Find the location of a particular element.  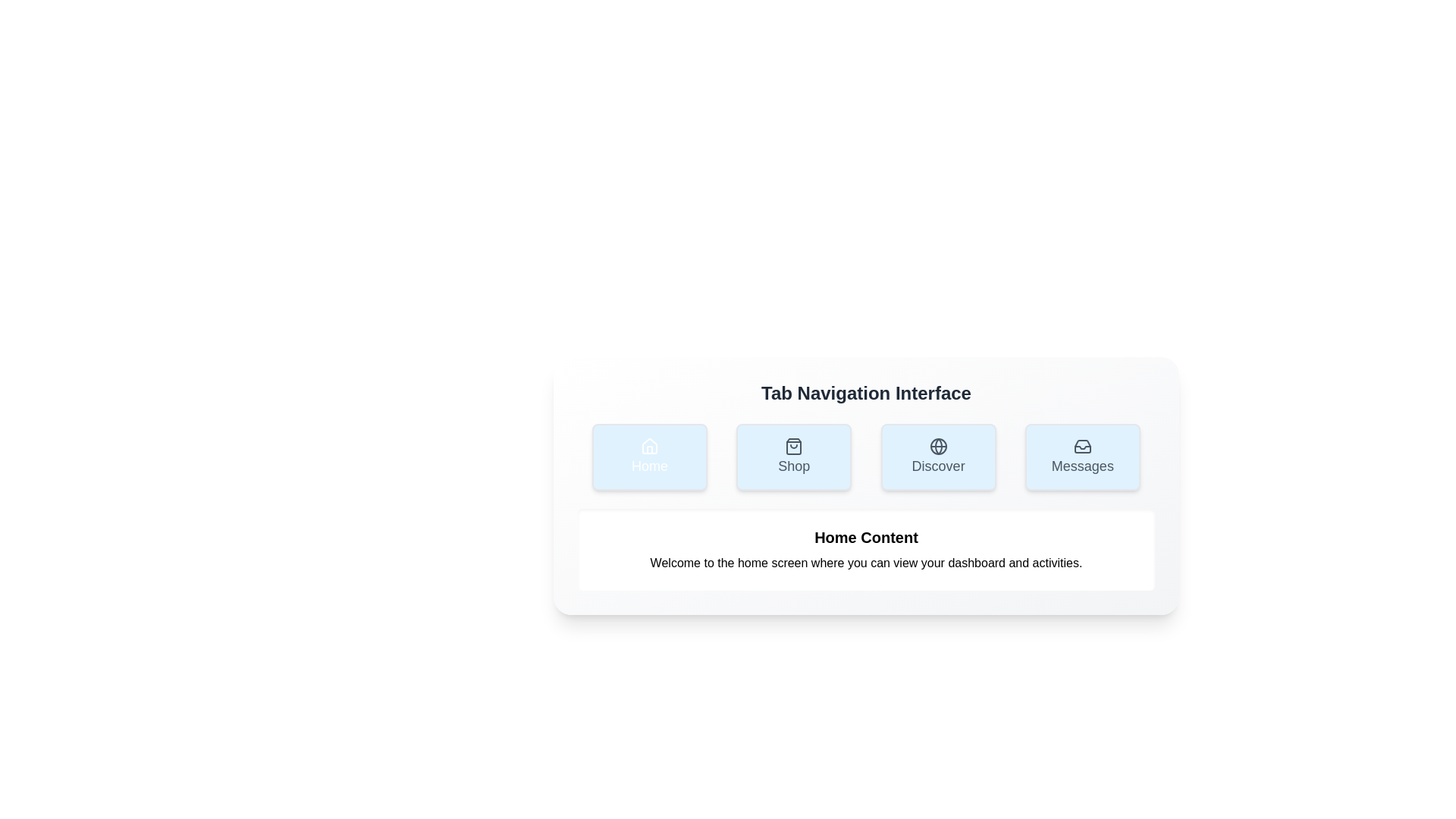

the 'Messages' icon in the tab navigation interface, which is located to the far right of the group of icons representing different sections is located at coordinates (1081, 446).